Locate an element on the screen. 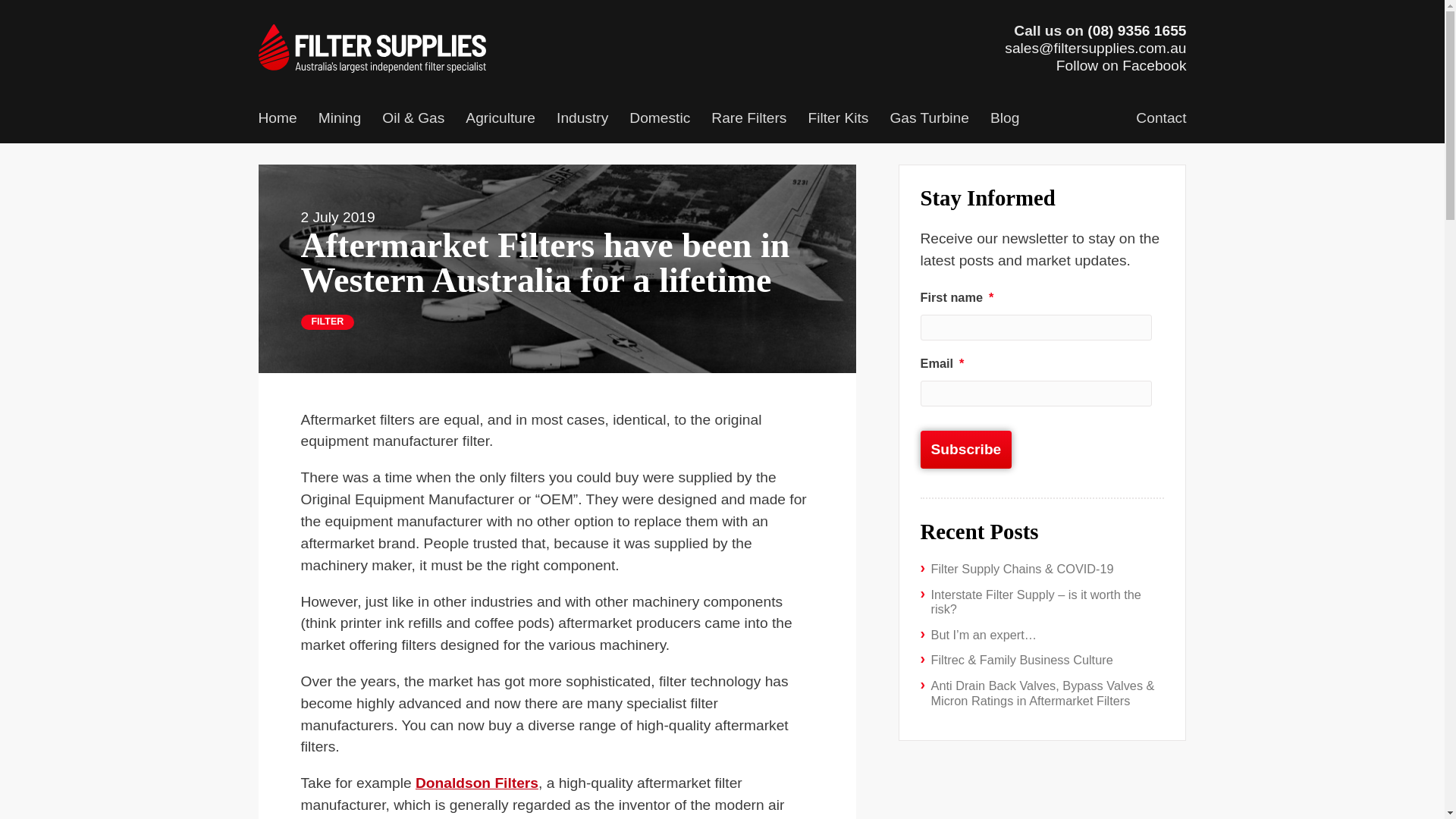 Image resolution: width=1456 pixels, height=819 pixels. '(08) 9356 1655' is located at coordinates (1136, 30).